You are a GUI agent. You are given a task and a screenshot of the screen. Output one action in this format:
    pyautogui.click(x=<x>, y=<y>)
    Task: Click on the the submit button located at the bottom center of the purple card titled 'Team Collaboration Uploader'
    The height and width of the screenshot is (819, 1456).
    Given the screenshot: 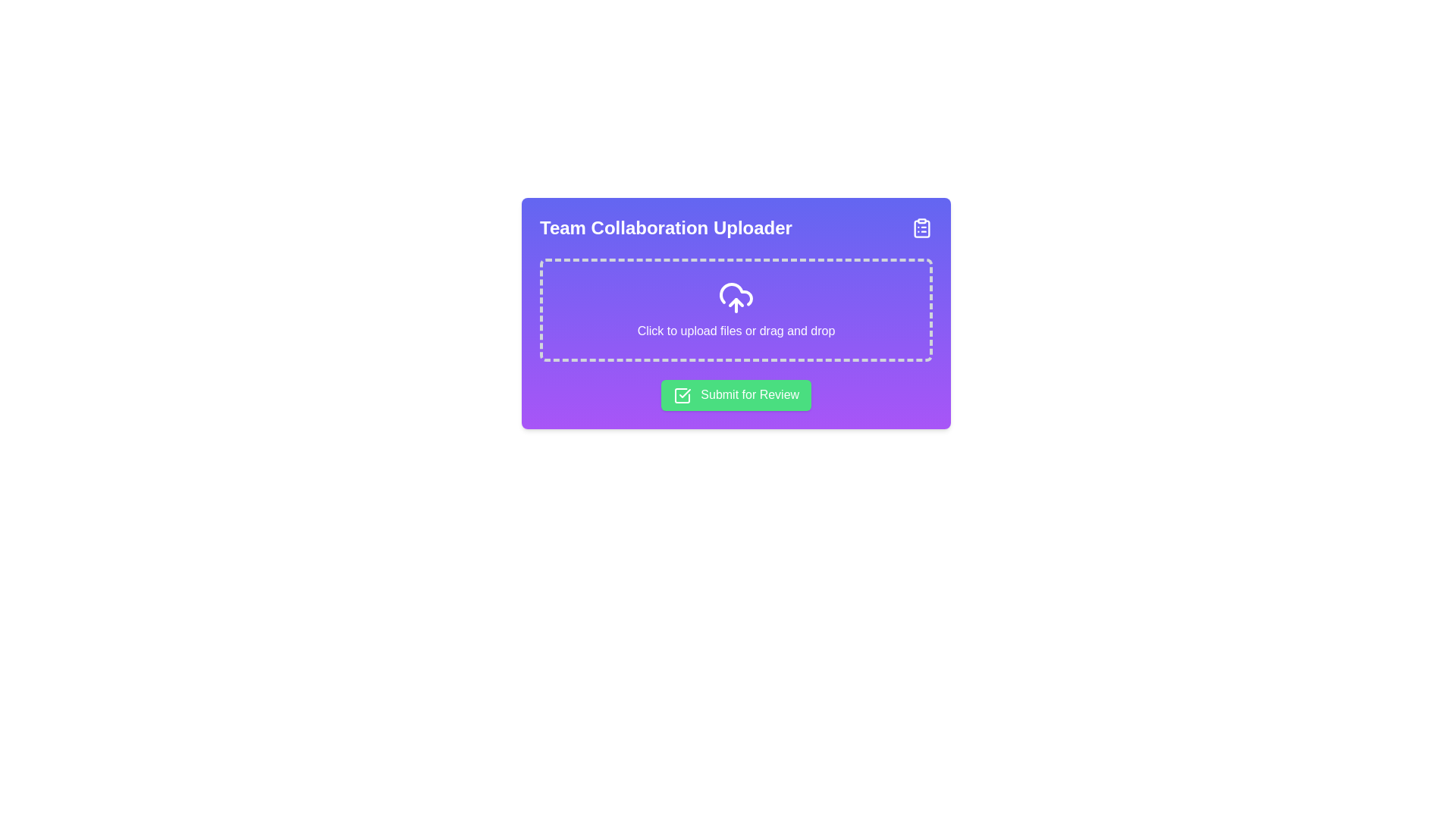 What is the action you would take?
    pyautogui.click(x=736, y=394)
    